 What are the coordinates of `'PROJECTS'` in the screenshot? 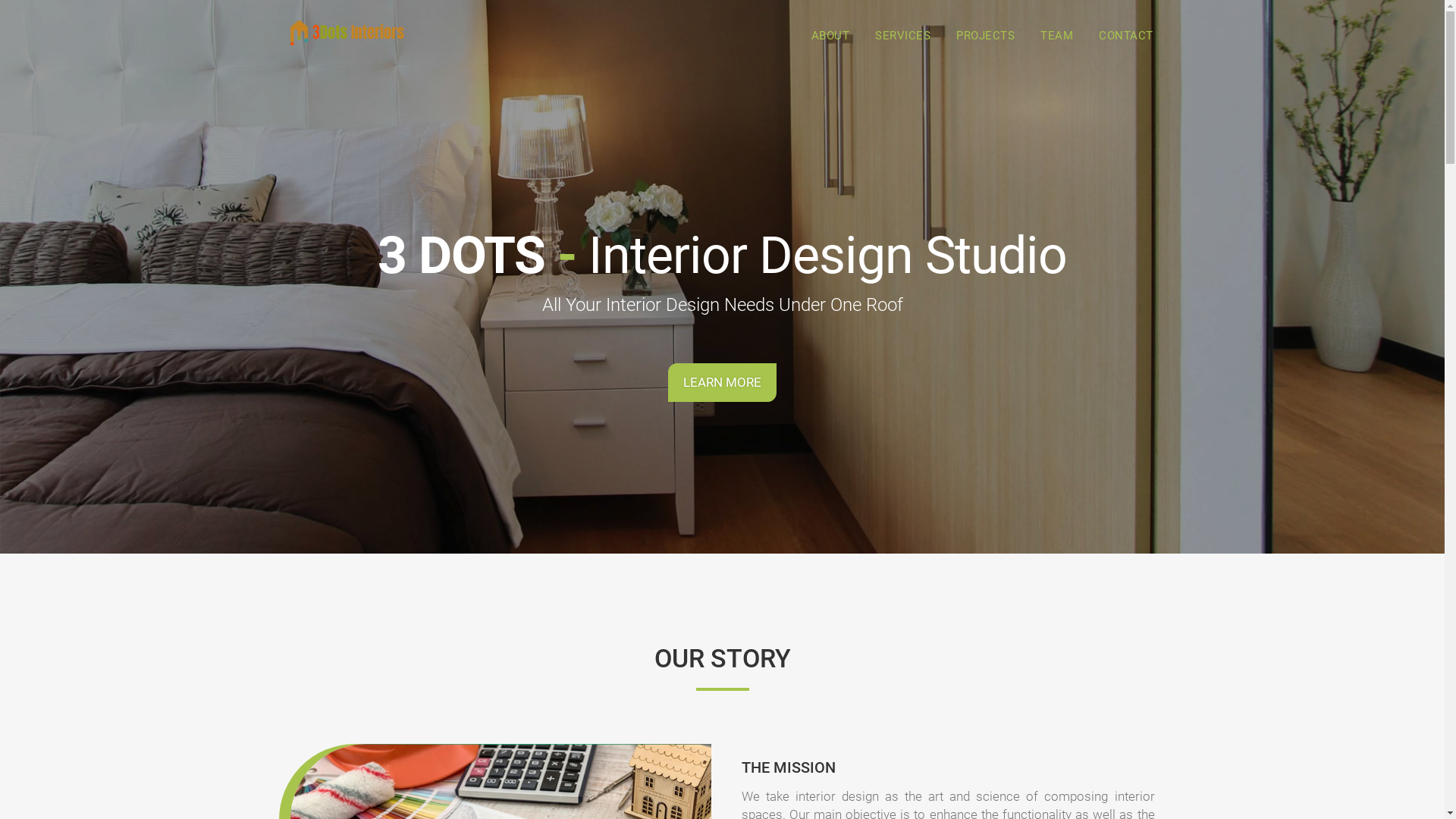 It's located at (953, 34).